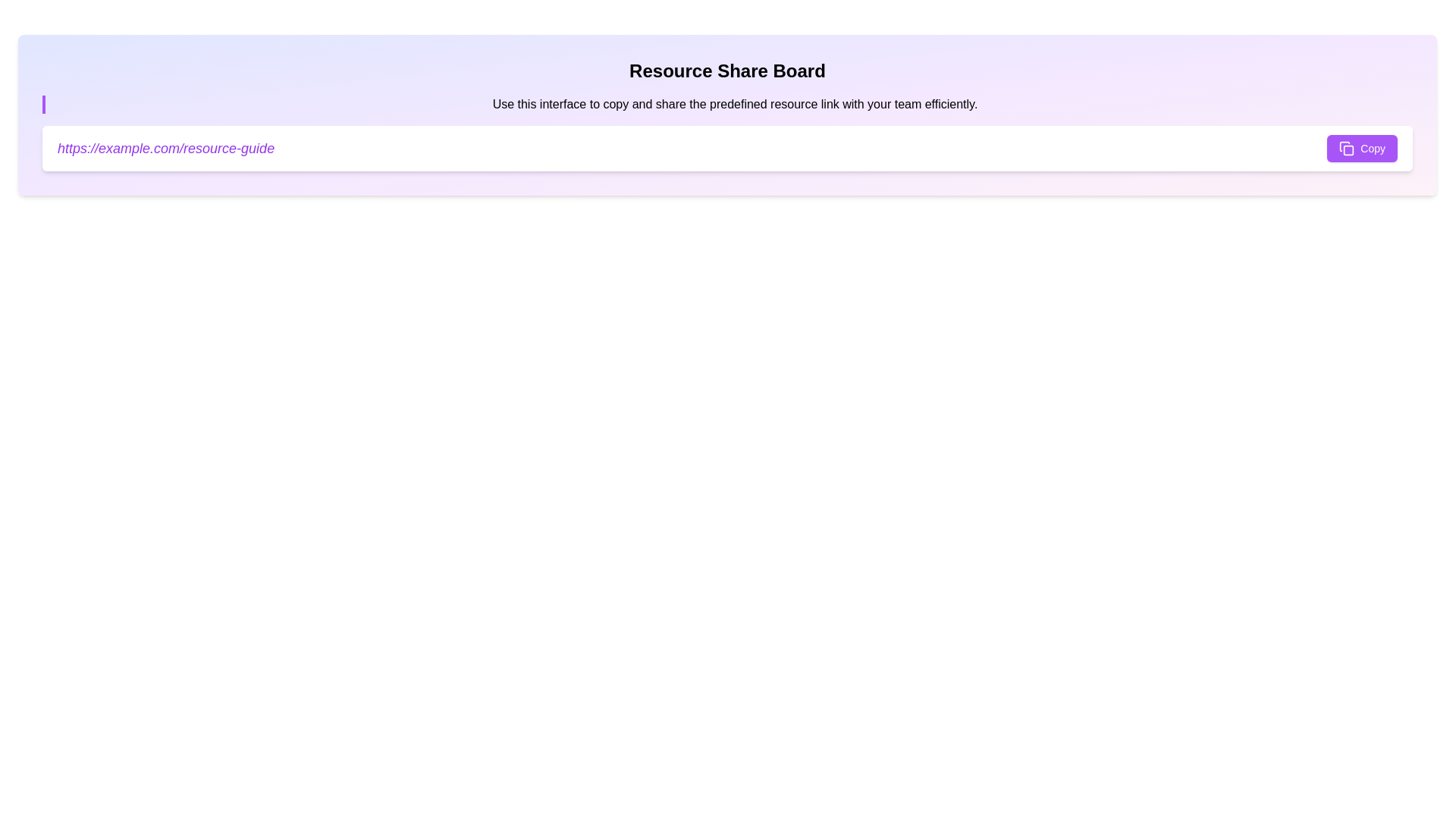  What do you see at coordinates (726, 71) in the screenshot?
I see `bold text 'Resource Share Board' which is prominently displayed at the top of a card-like section with a gradient background` at bounding box center [726, 71].